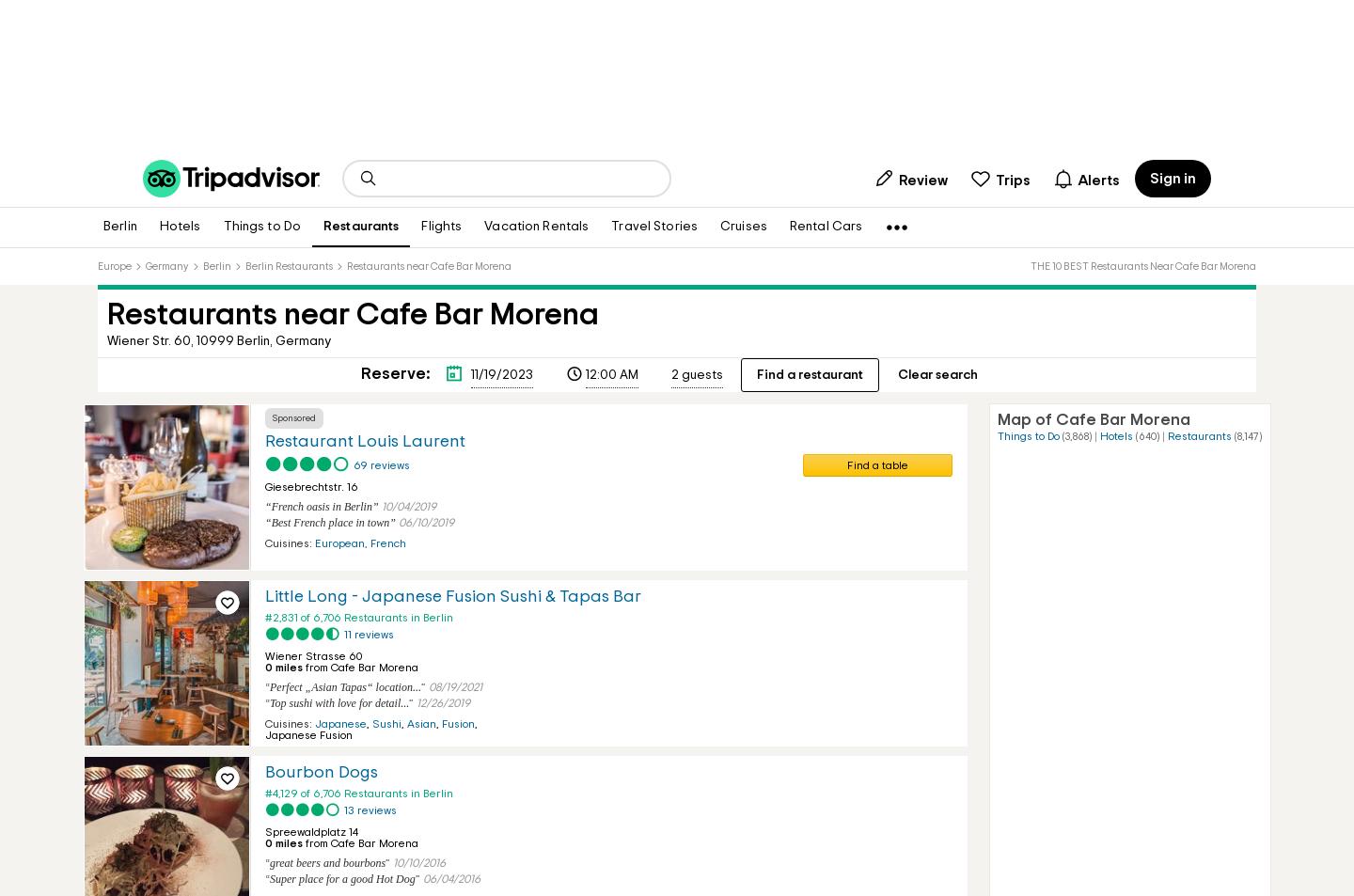 This screenshot has width=1354, height=896. What do you see at coordinates (364, 441) in the screenshot?
I see `'Restaurant Louis Laurent'` at bounding box center [364, 441].